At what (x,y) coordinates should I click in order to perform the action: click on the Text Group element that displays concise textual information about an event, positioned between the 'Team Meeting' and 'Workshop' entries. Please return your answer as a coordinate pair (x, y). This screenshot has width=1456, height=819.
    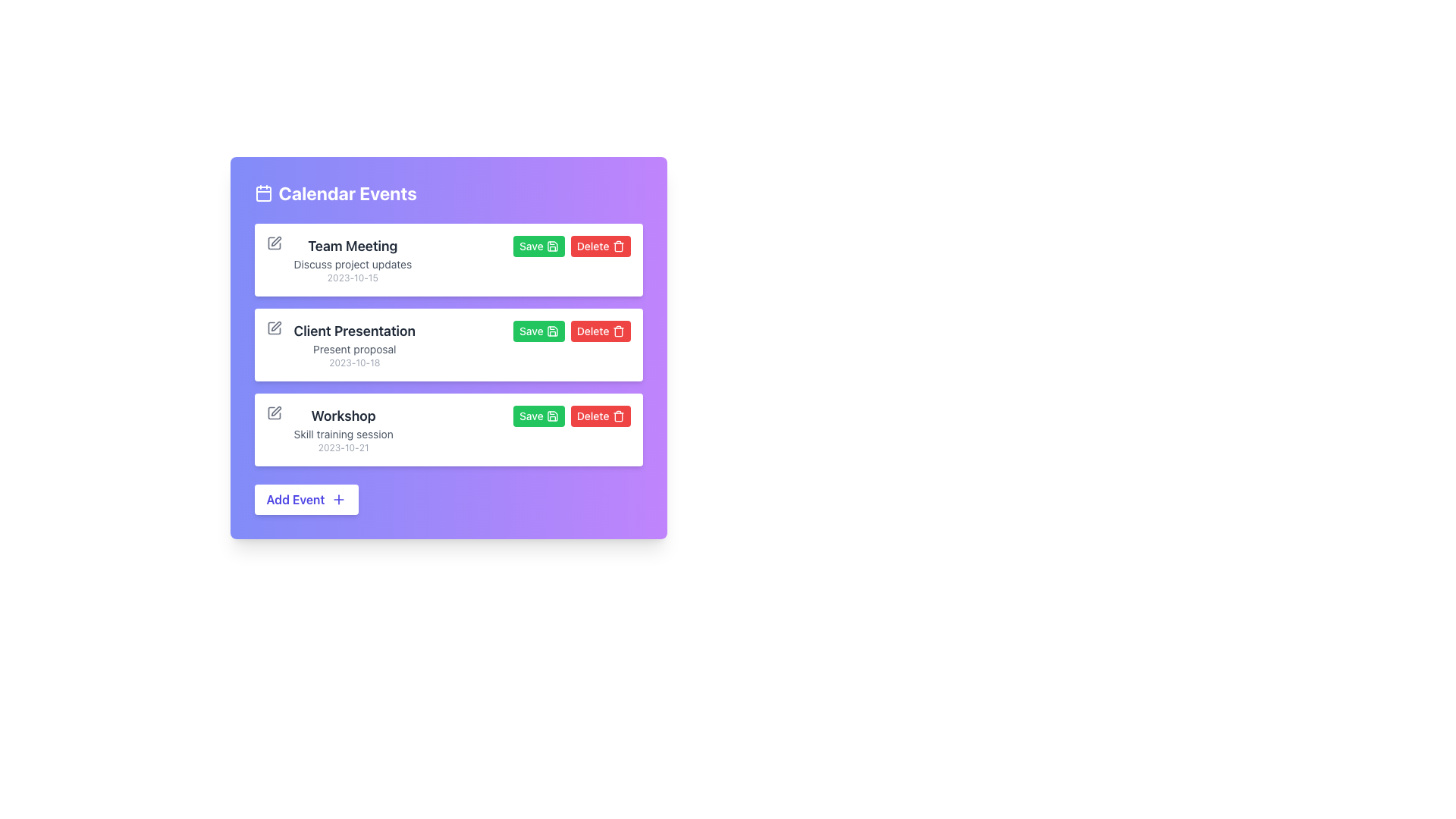
    Looking at the image, I should click on (353, 345).